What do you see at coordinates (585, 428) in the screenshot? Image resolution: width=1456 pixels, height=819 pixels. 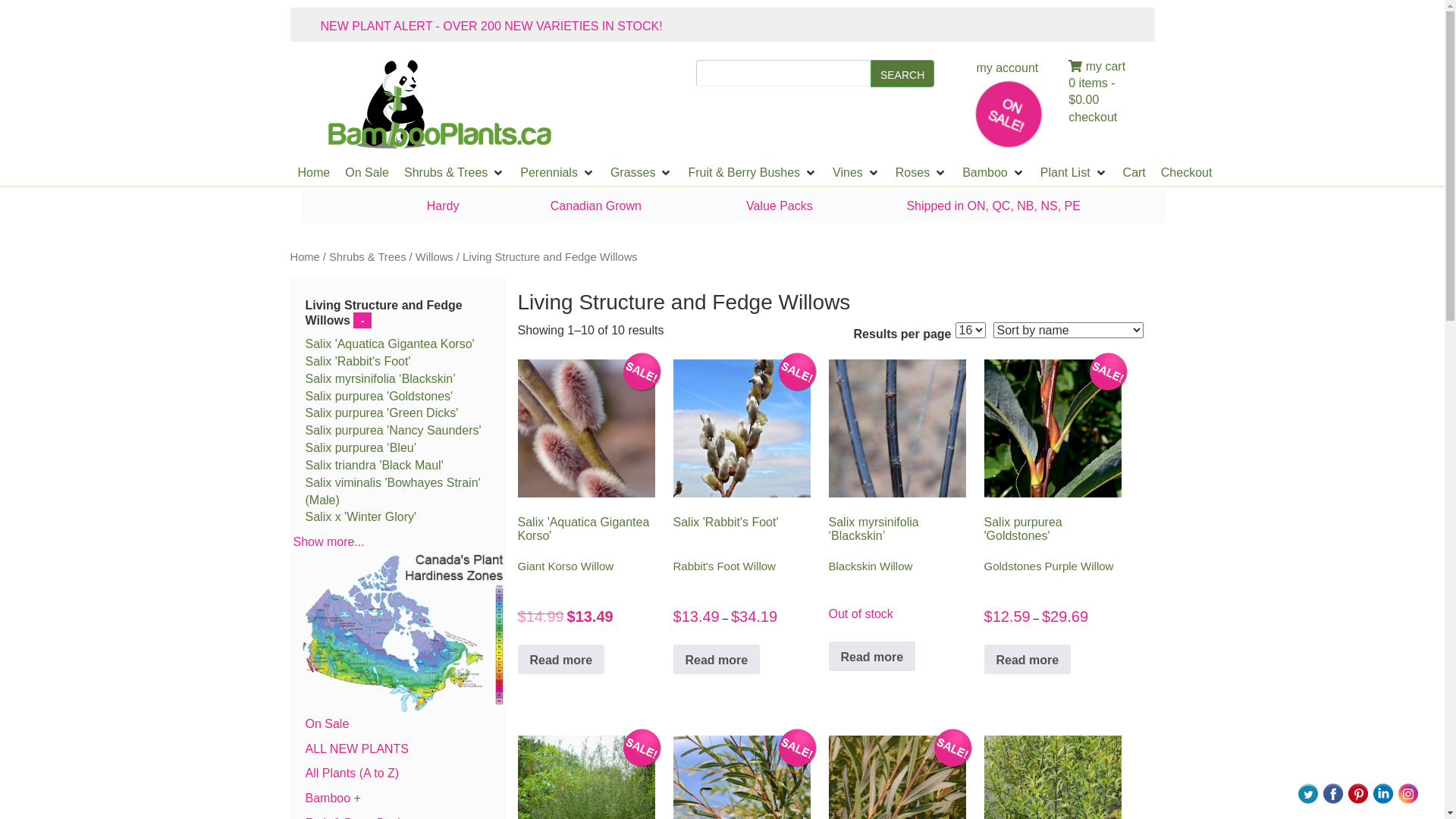 I see `'Closeup of soft pink'` at bounding box center [585, 428].